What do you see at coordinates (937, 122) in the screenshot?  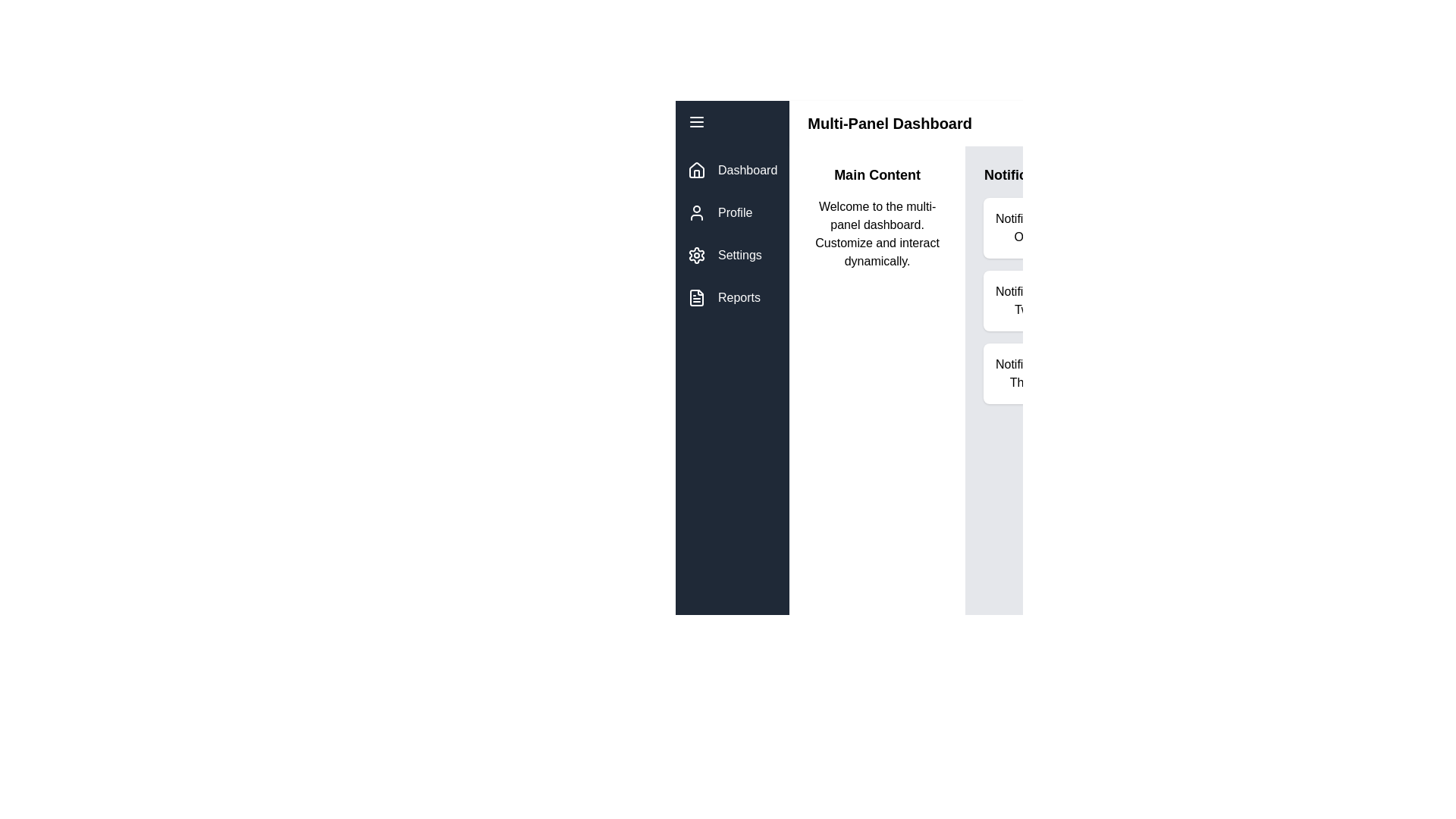 I see `the header element that has a white background and contains the bold text 'Multi-Panel Dashboard', positioned at the top of the main content section` at bounding box center [937, 122].